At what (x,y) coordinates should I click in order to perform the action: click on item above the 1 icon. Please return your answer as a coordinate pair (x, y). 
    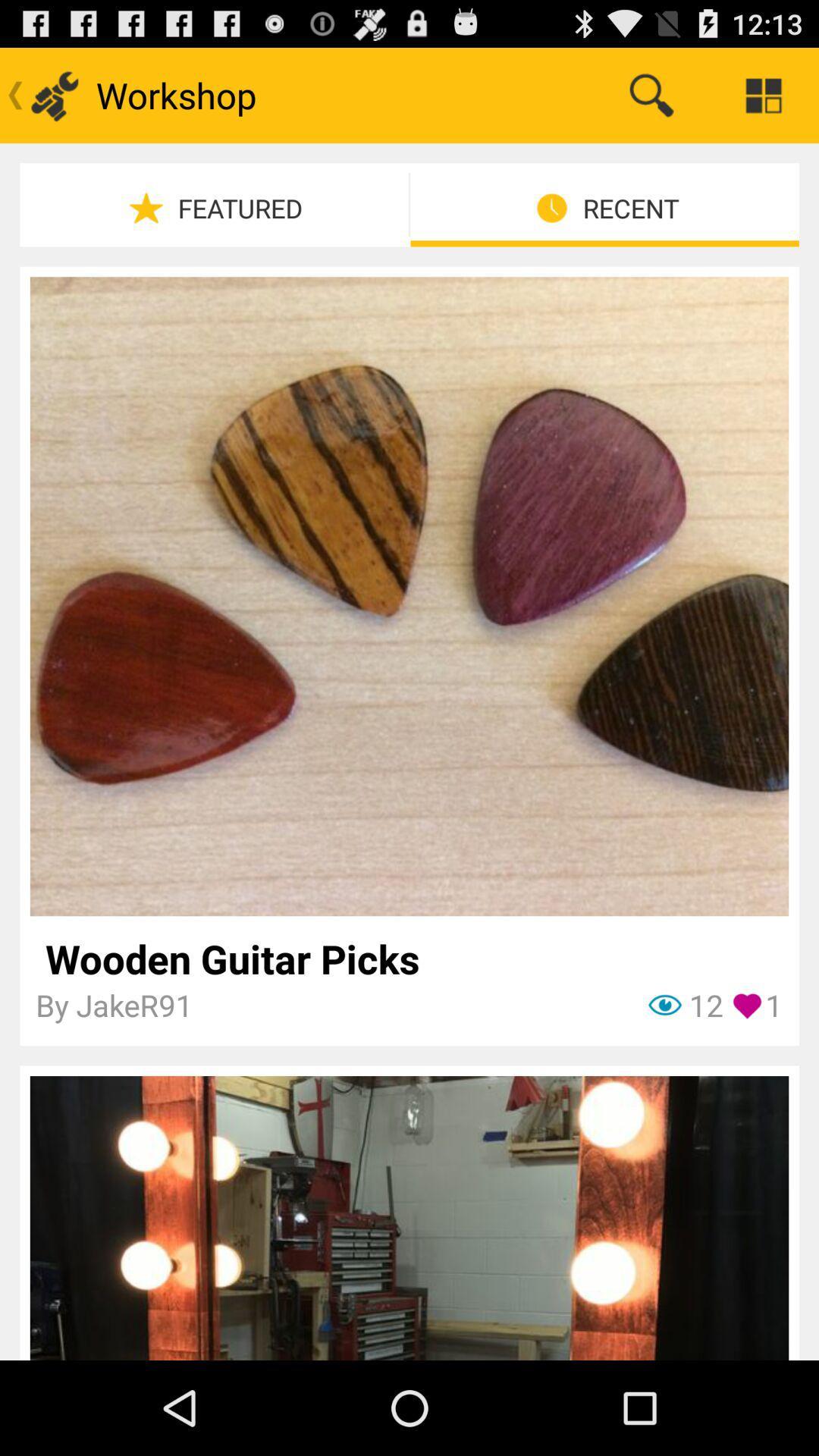
    Looking at the image, I should click on (408, 958).